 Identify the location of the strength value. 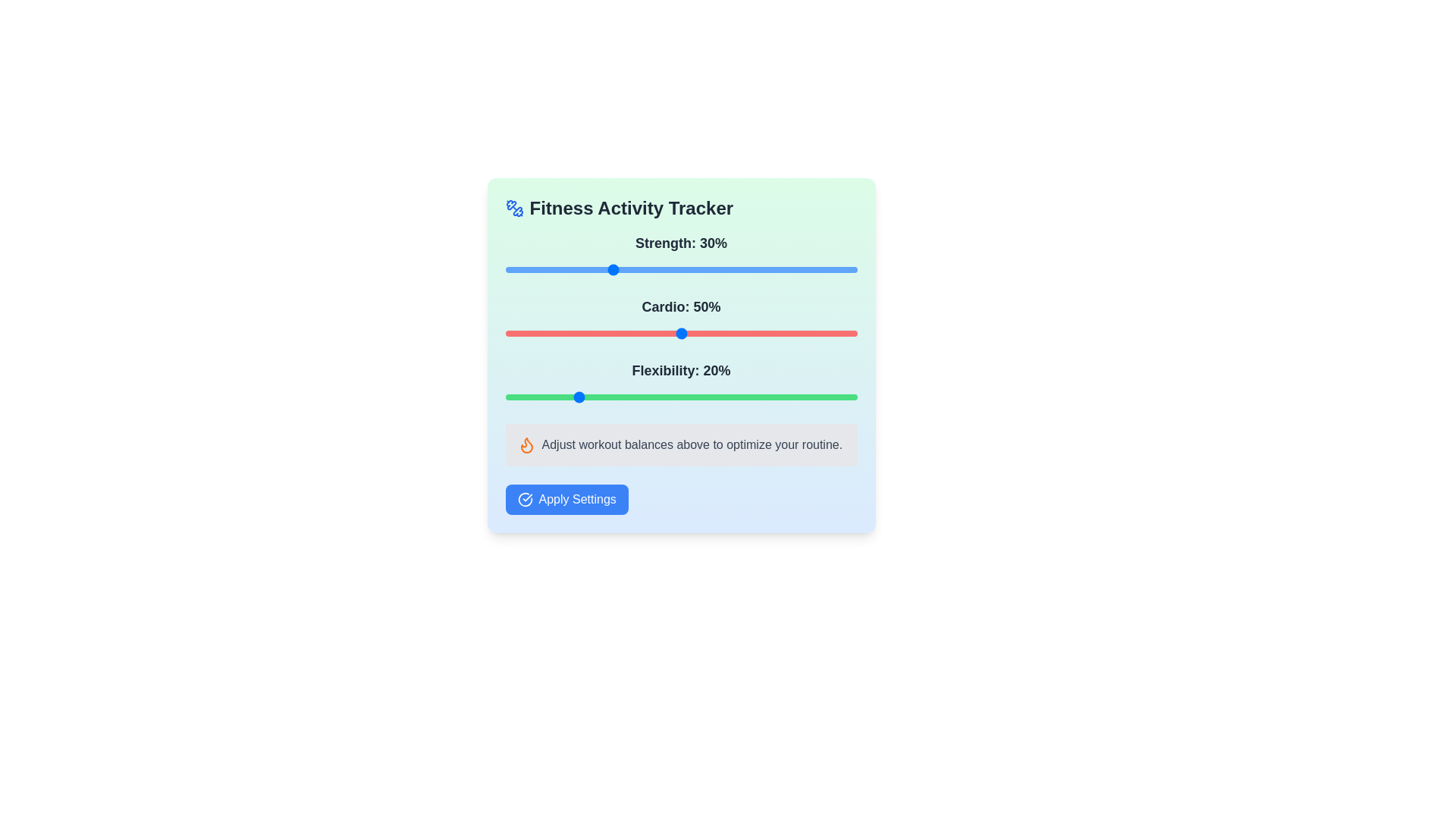
(657, 268).